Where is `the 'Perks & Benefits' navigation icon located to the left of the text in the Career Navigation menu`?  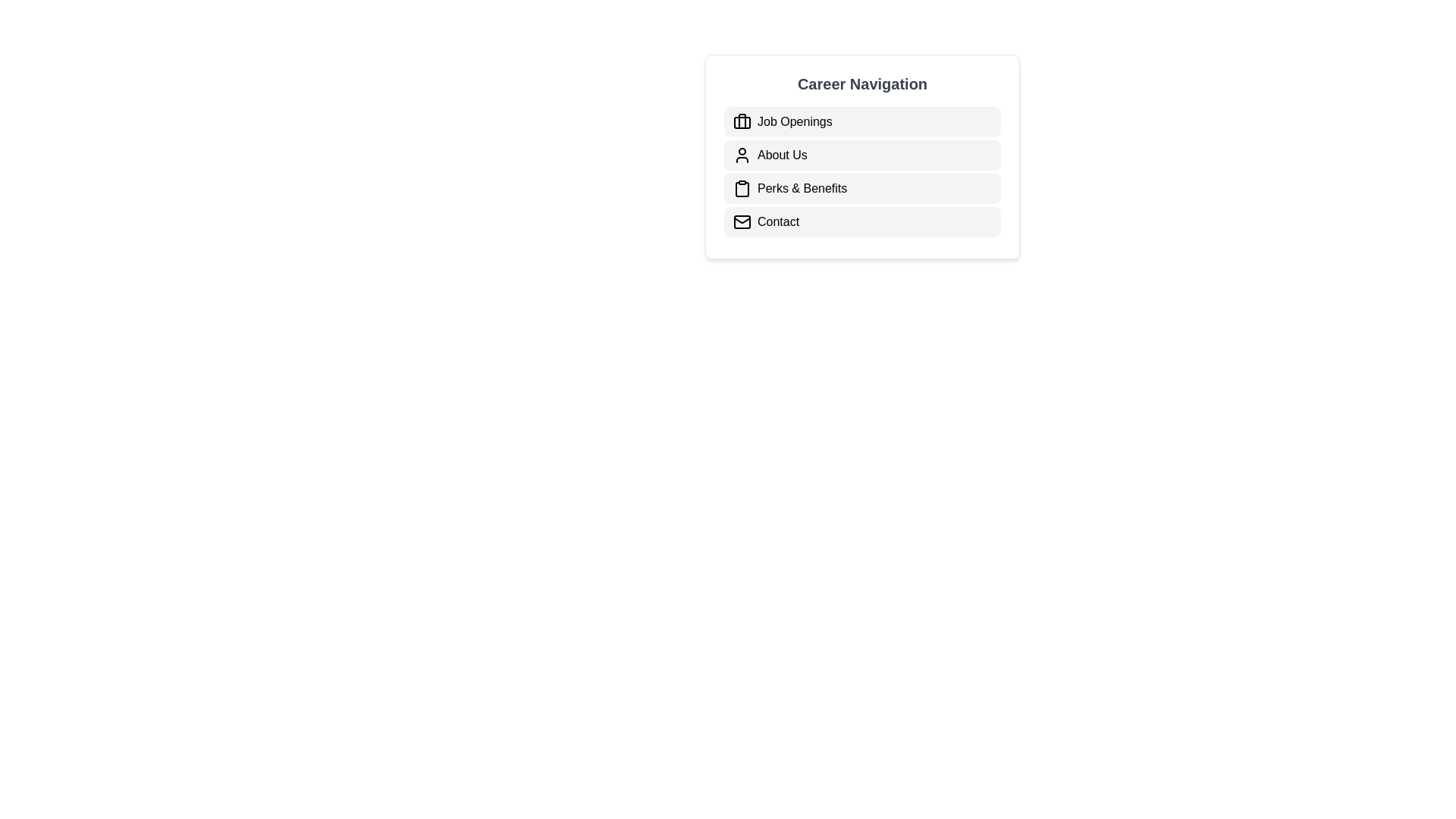
the 'Perks & Benefits' navigation icon located to the left of the text in the Career Navigation menu is located at coordinates (742, 188).